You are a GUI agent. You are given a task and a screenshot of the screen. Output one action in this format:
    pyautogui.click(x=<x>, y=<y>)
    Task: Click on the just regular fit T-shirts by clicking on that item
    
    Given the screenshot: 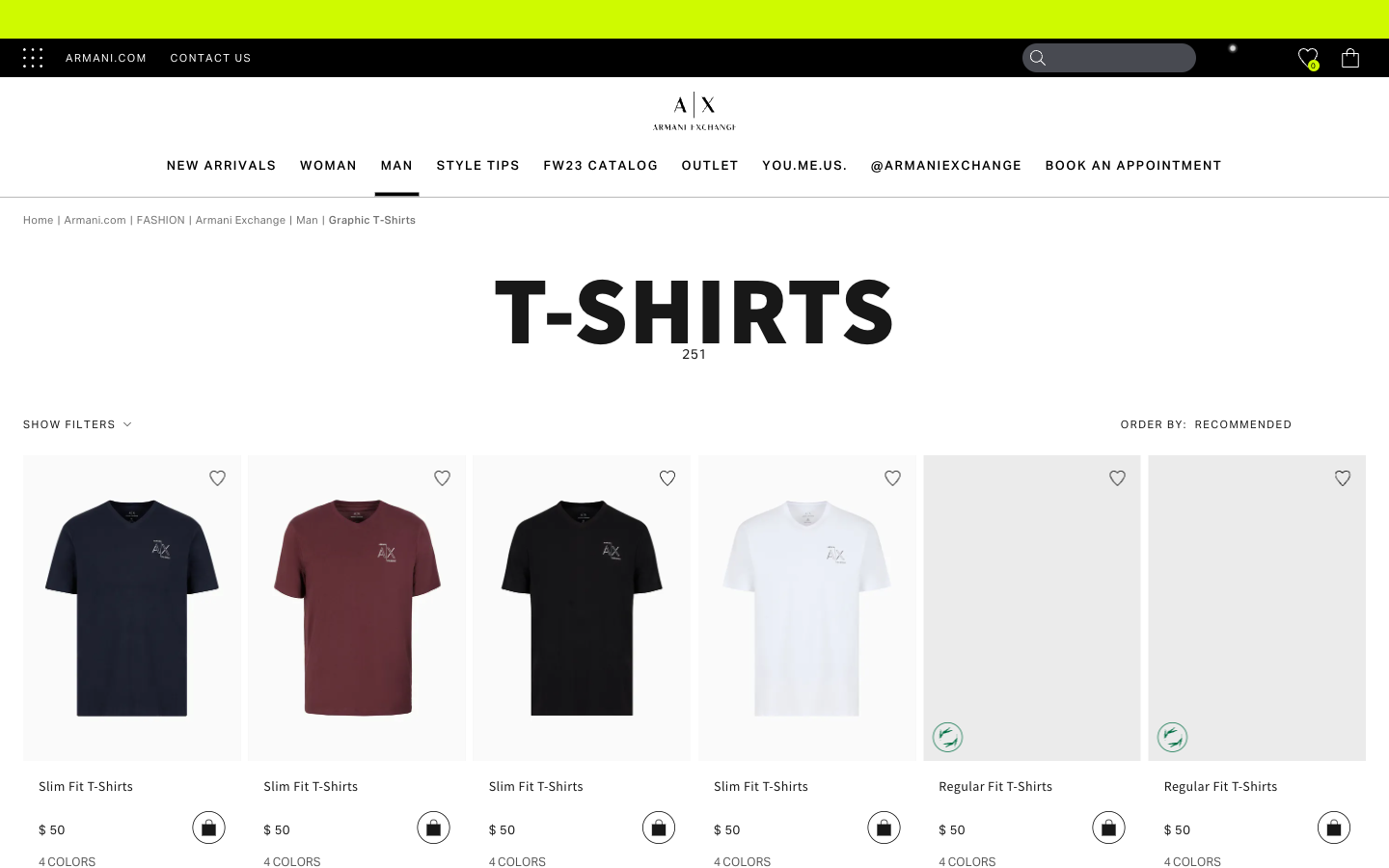 What is the action you would take?
    pyautogui.click(x=1032, y=793)
    